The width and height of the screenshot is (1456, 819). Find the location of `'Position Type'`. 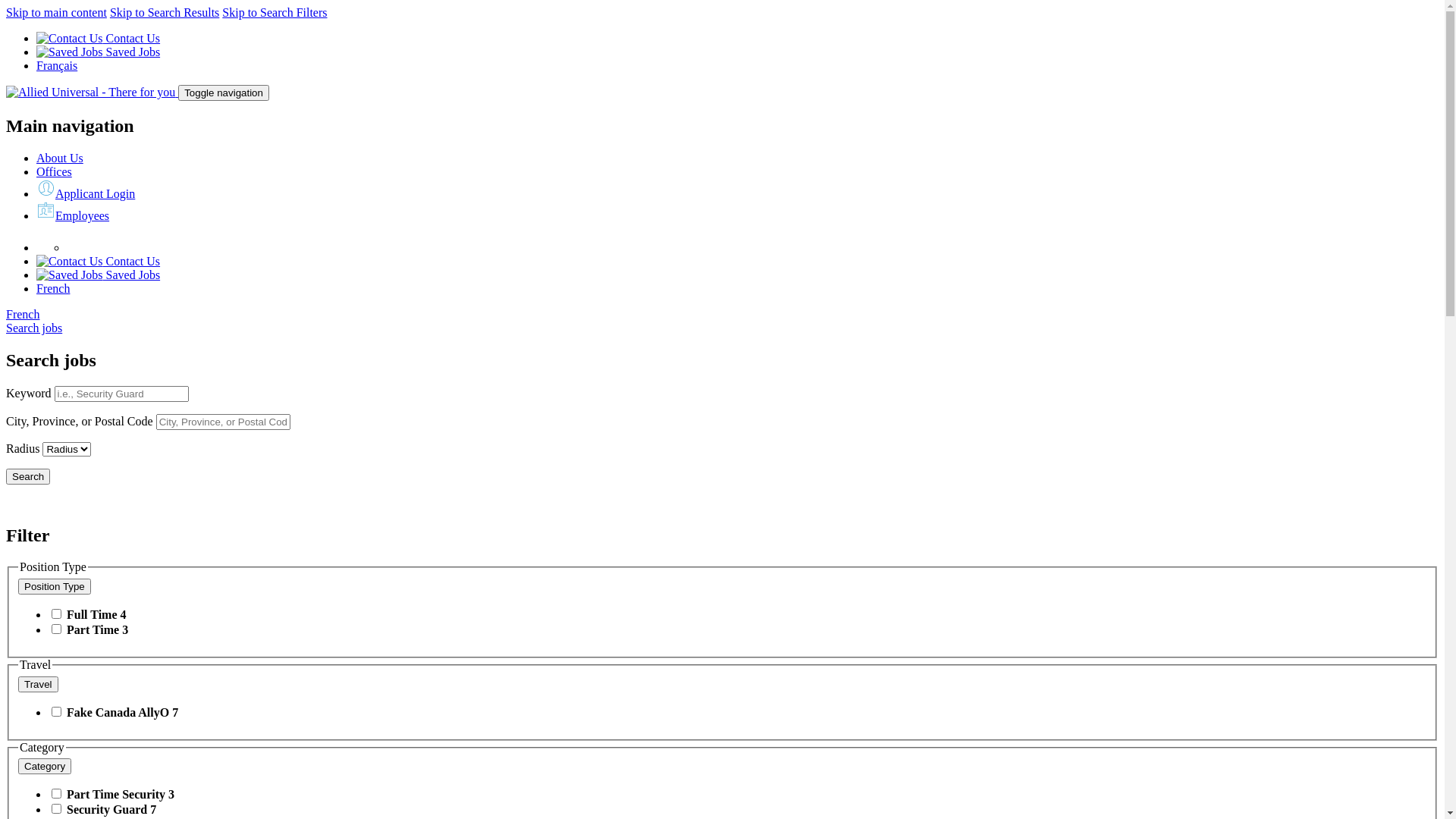

'Position Type' is located at coordinates (55, 585).